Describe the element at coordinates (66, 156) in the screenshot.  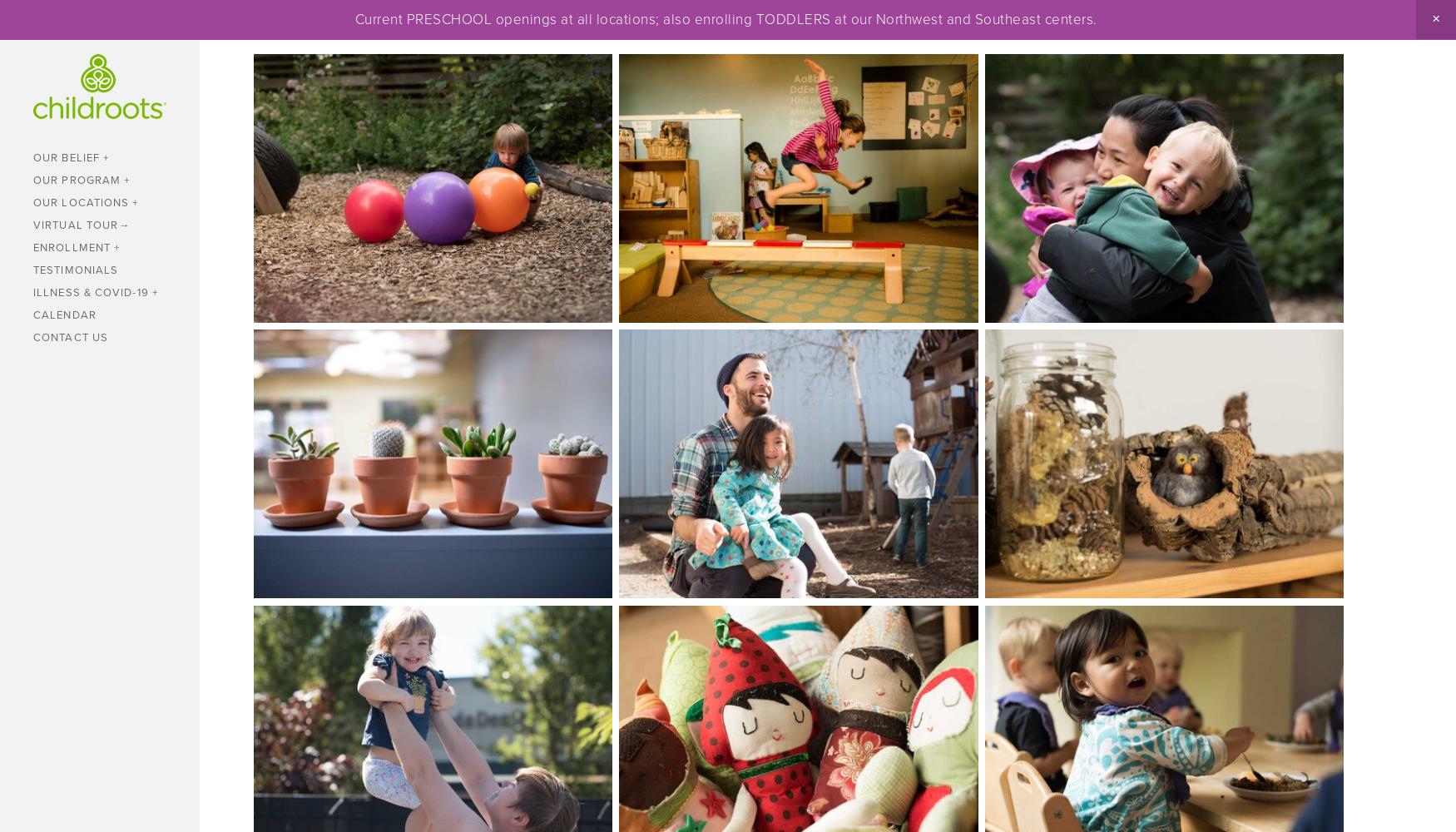
I see `'Our Belief'` at that location.